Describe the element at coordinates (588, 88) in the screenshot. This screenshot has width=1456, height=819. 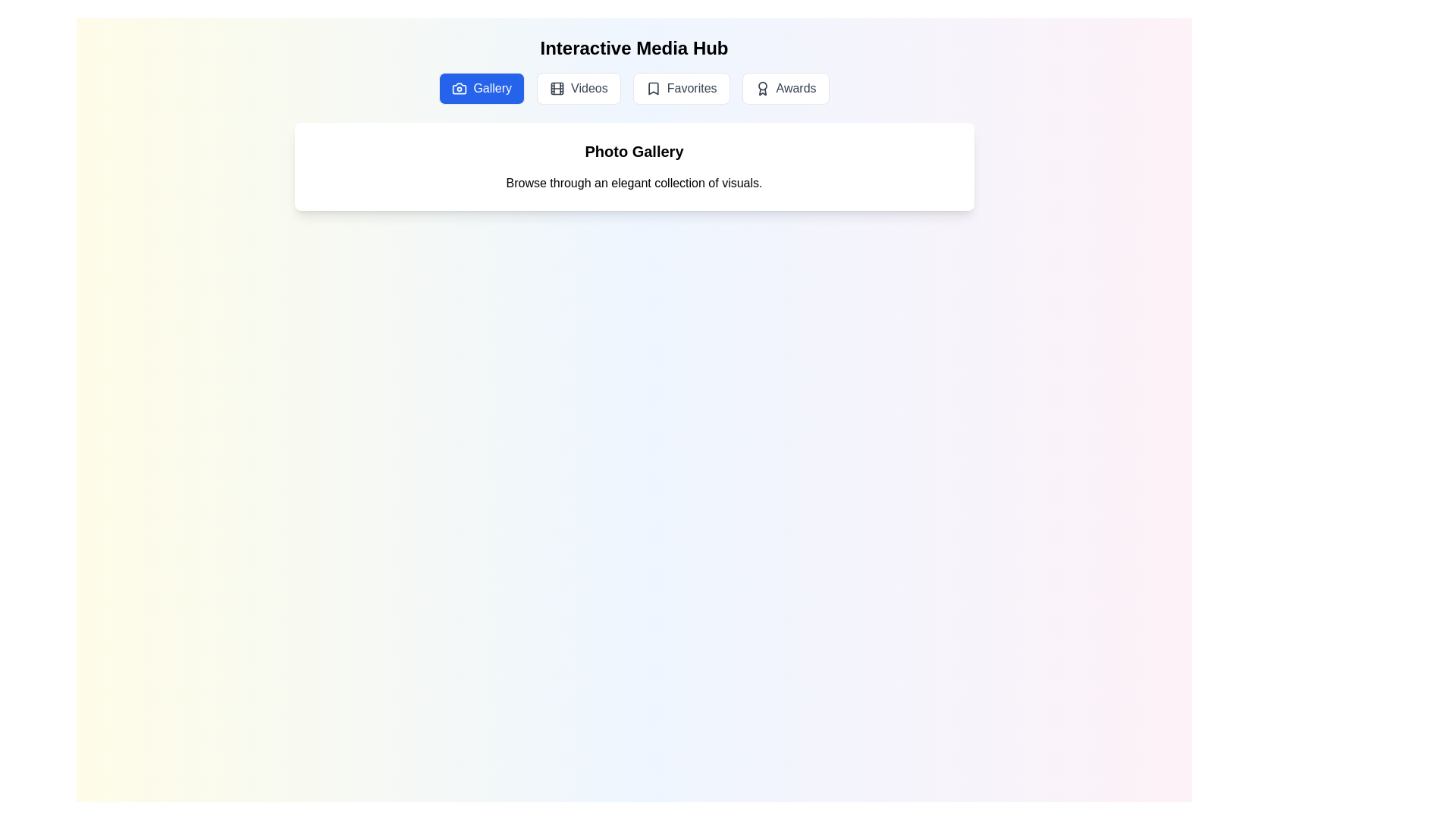
I see `the text element that serves as a button or navigation link for videos, located between the 'Gallery' and 'Favorites' buttons in the horizontal menu of the header` at that location.